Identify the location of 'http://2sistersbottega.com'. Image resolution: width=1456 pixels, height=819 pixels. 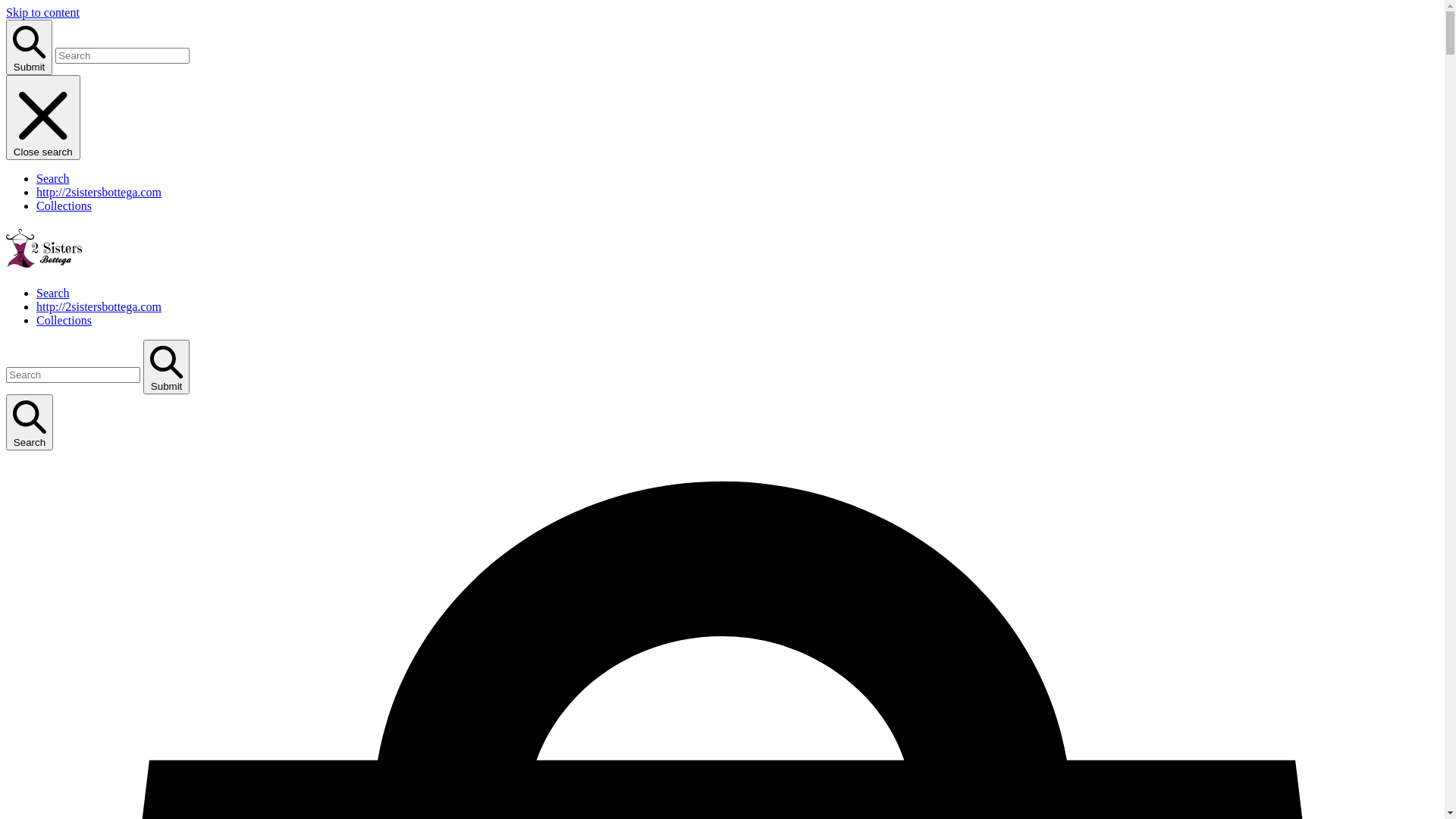
(98, 306).